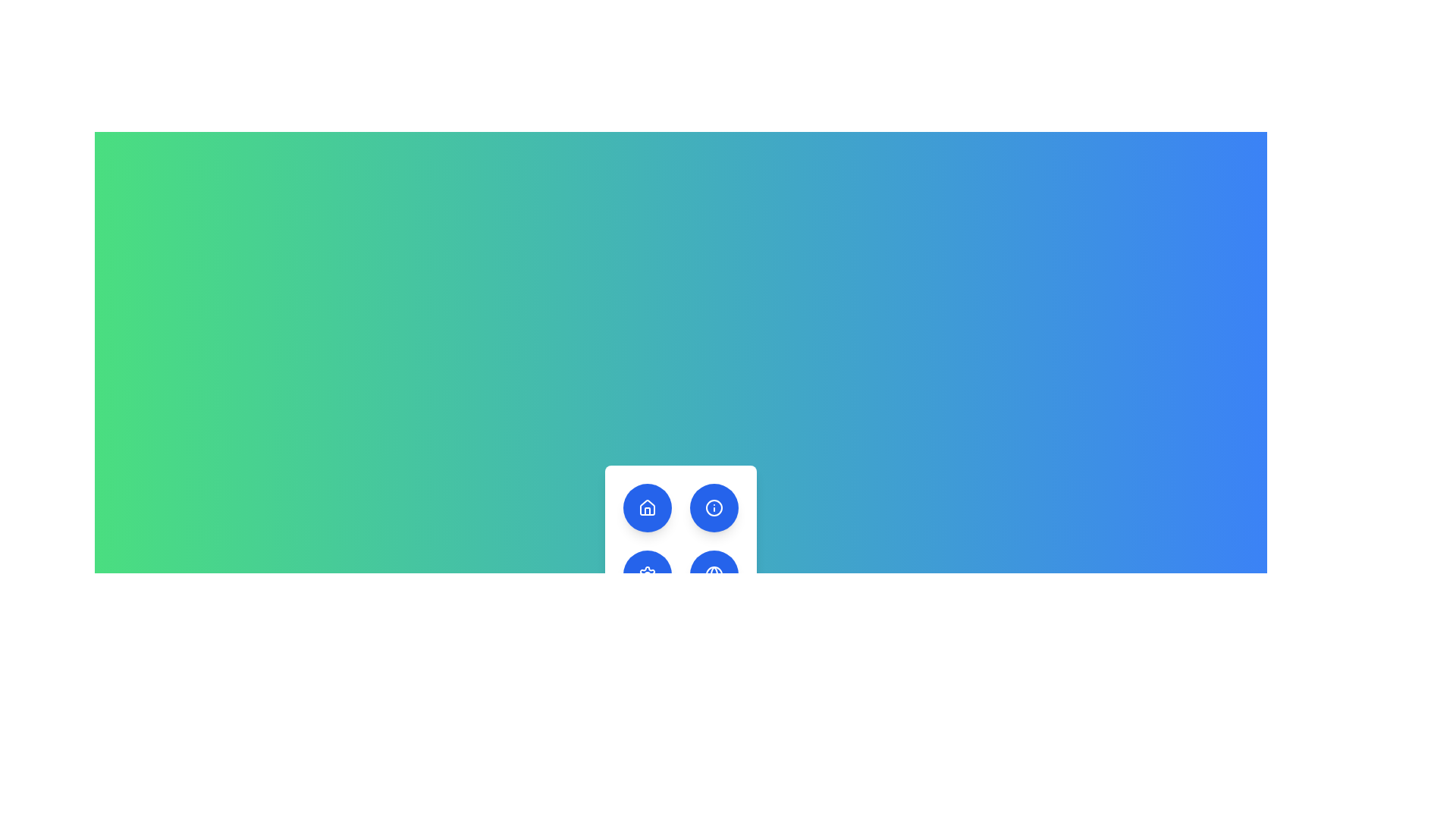 This screenshot has width=1456, height=819. Describe the element at coordinates (648, 508) in the screenshot. I see `the button with a house SVG icon, located within a blue circular background` at that location.